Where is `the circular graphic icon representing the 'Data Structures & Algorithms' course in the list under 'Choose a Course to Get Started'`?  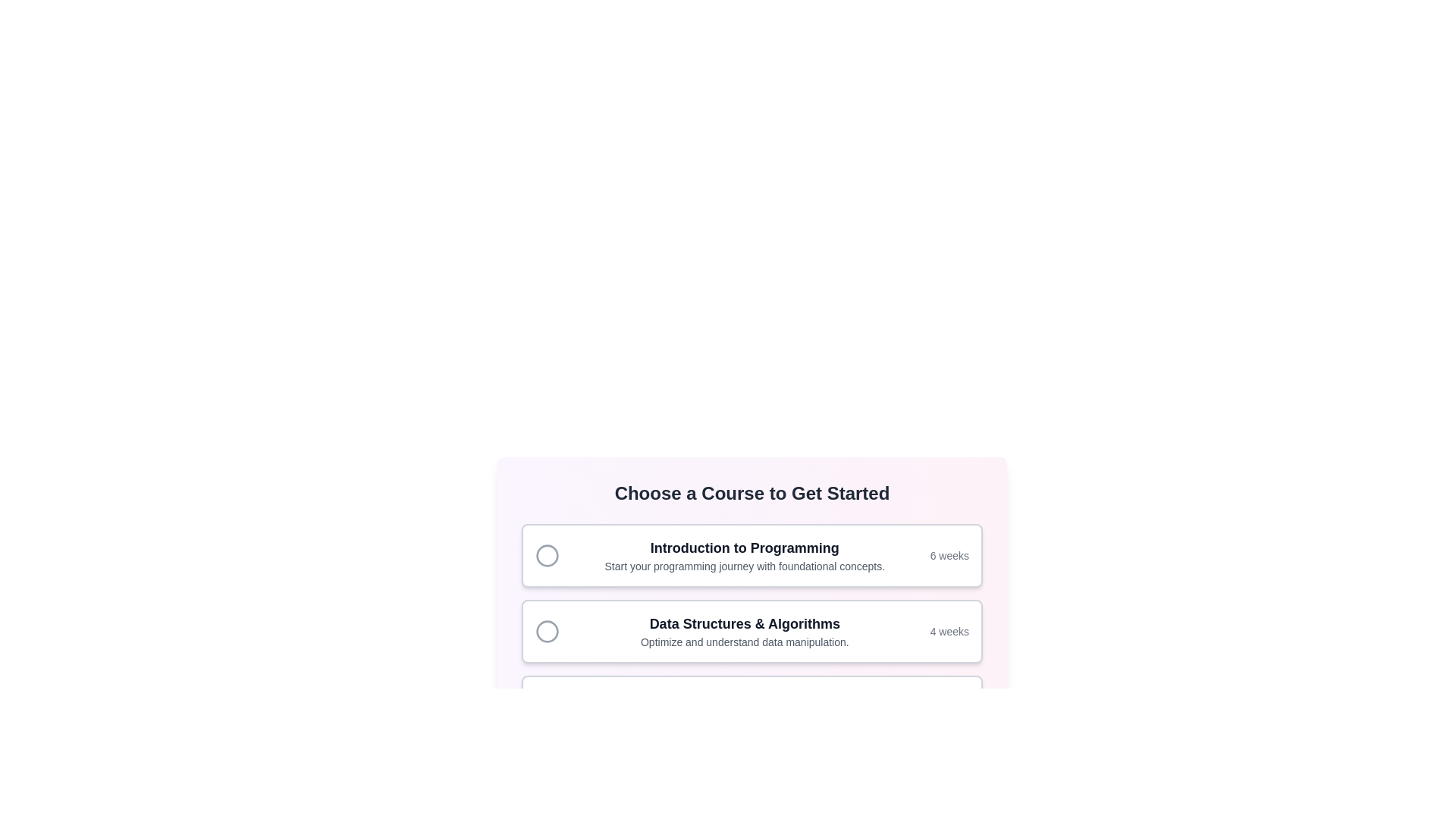 the circular graphic icon representing the 'Data Structures & Algorithms' course in the list under 'Choose a Course to Get Started' is located at coordinates (546, 632).